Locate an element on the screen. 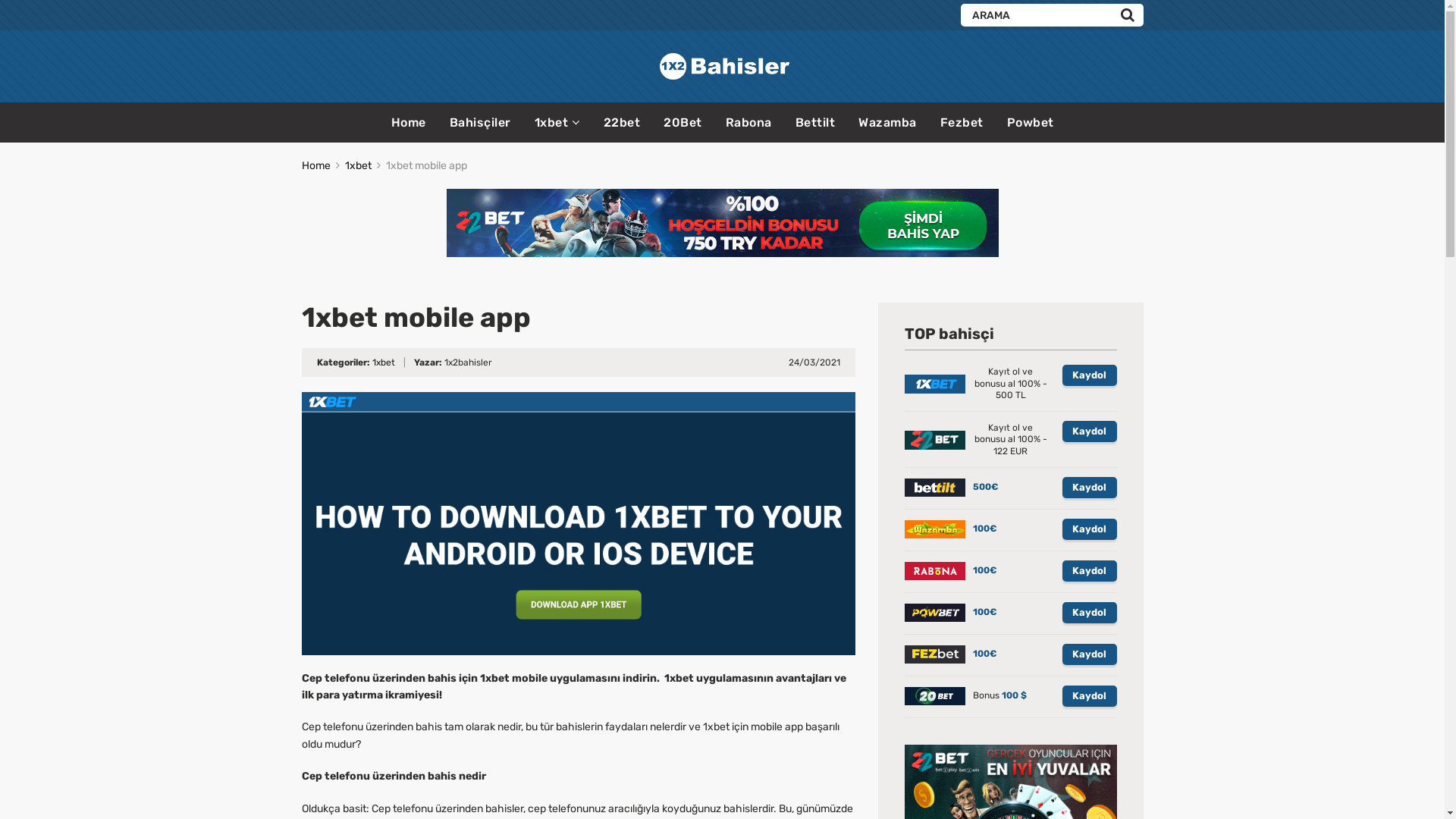  'Fezbet' is located at coordinates (961, 122).